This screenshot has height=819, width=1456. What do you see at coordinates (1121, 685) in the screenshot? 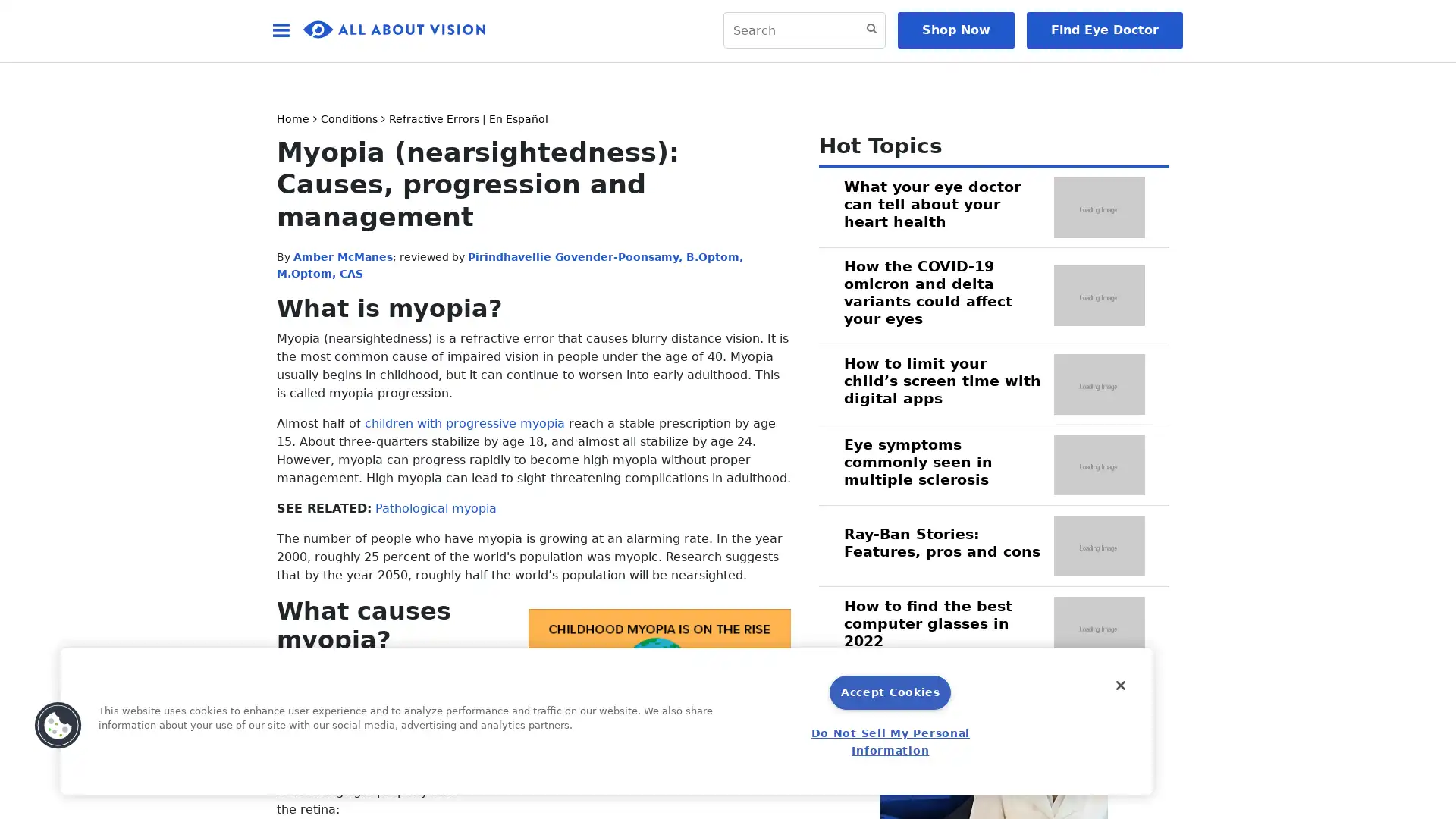
I see `Close` at bounding box center [1121, 685].